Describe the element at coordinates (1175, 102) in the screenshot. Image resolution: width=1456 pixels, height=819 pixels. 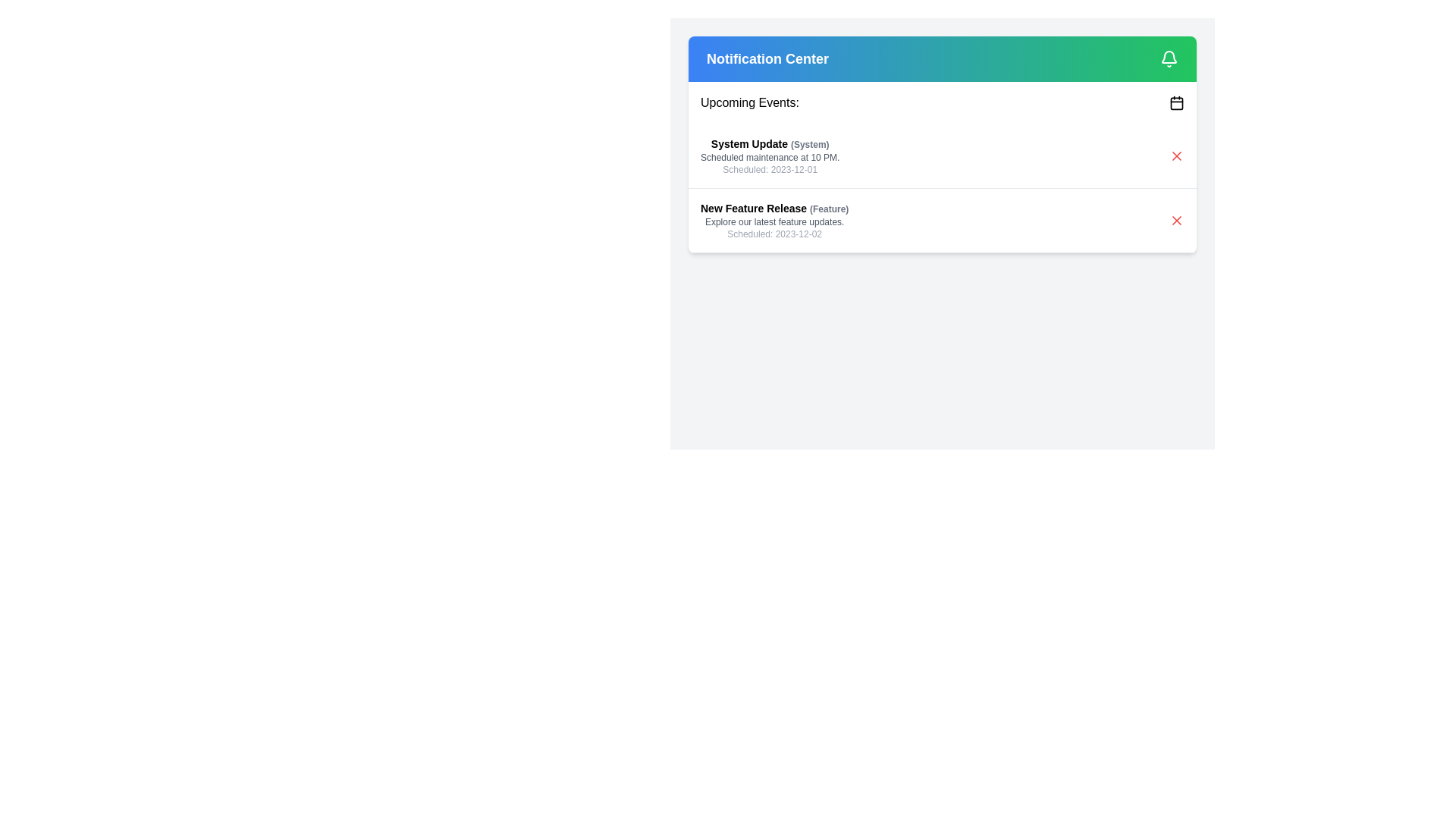
I see `the calendar icon located in the top-right corner of the 'Upcoming Events' section to initiate an action related to scheduling or events` at that location.